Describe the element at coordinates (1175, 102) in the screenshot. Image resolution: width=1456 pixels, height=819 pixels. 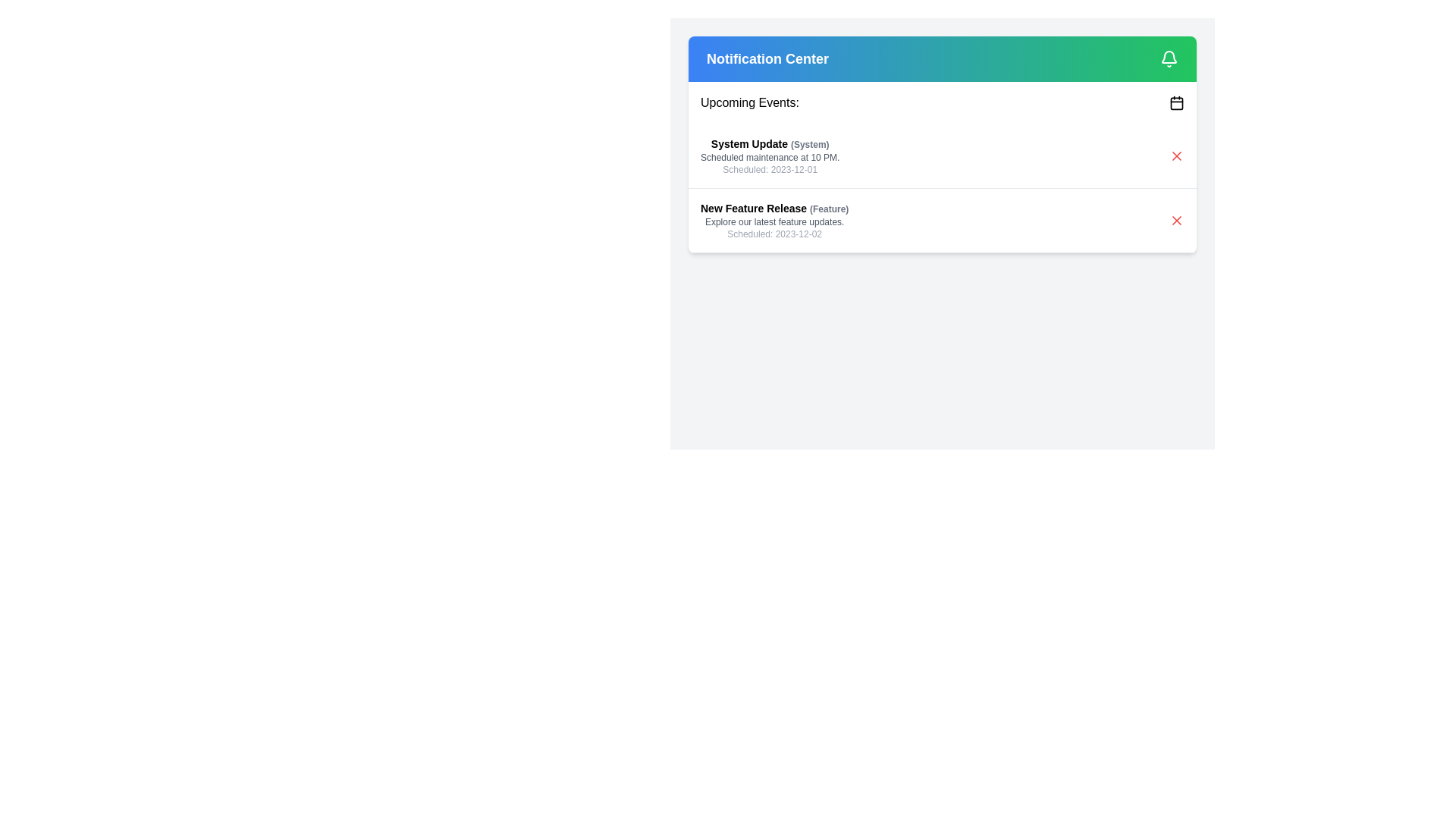
I see `the calendar icon located in the top-right corner of the 'Upcoming Events' section to initiate an action related to scheduling or events` at that location.